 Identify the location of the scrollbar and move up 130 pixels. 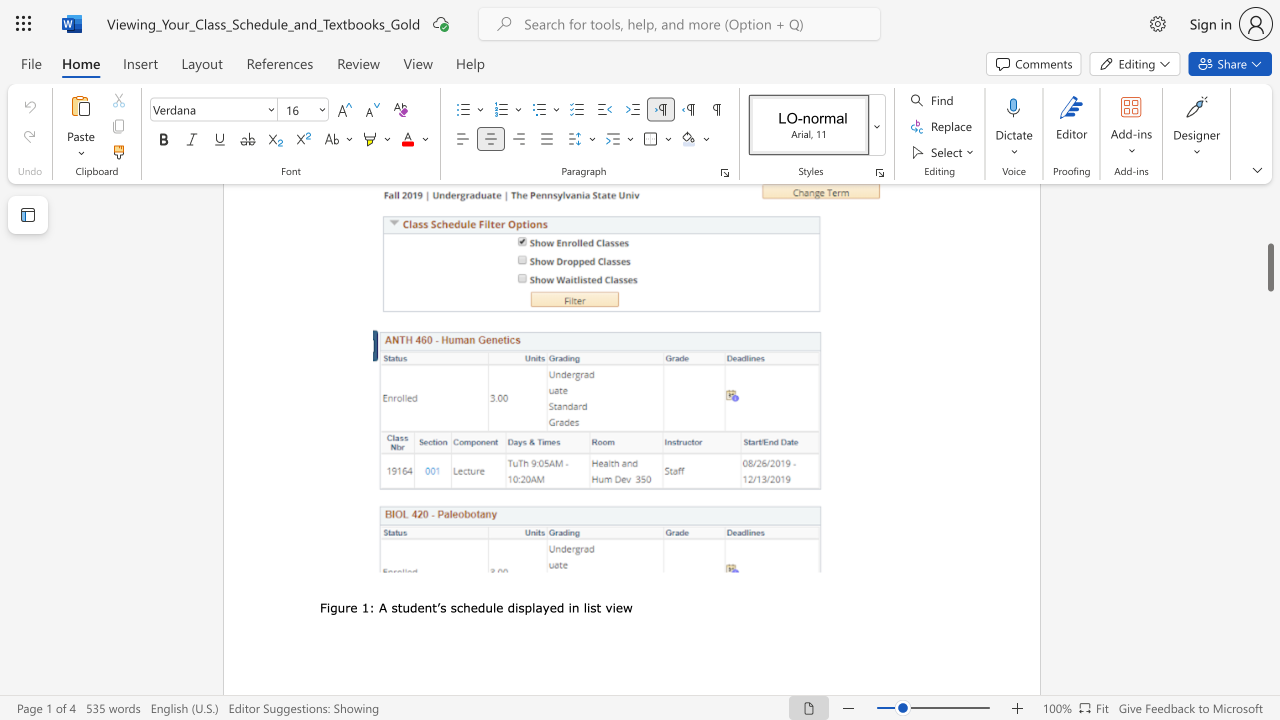
(1269, 266).